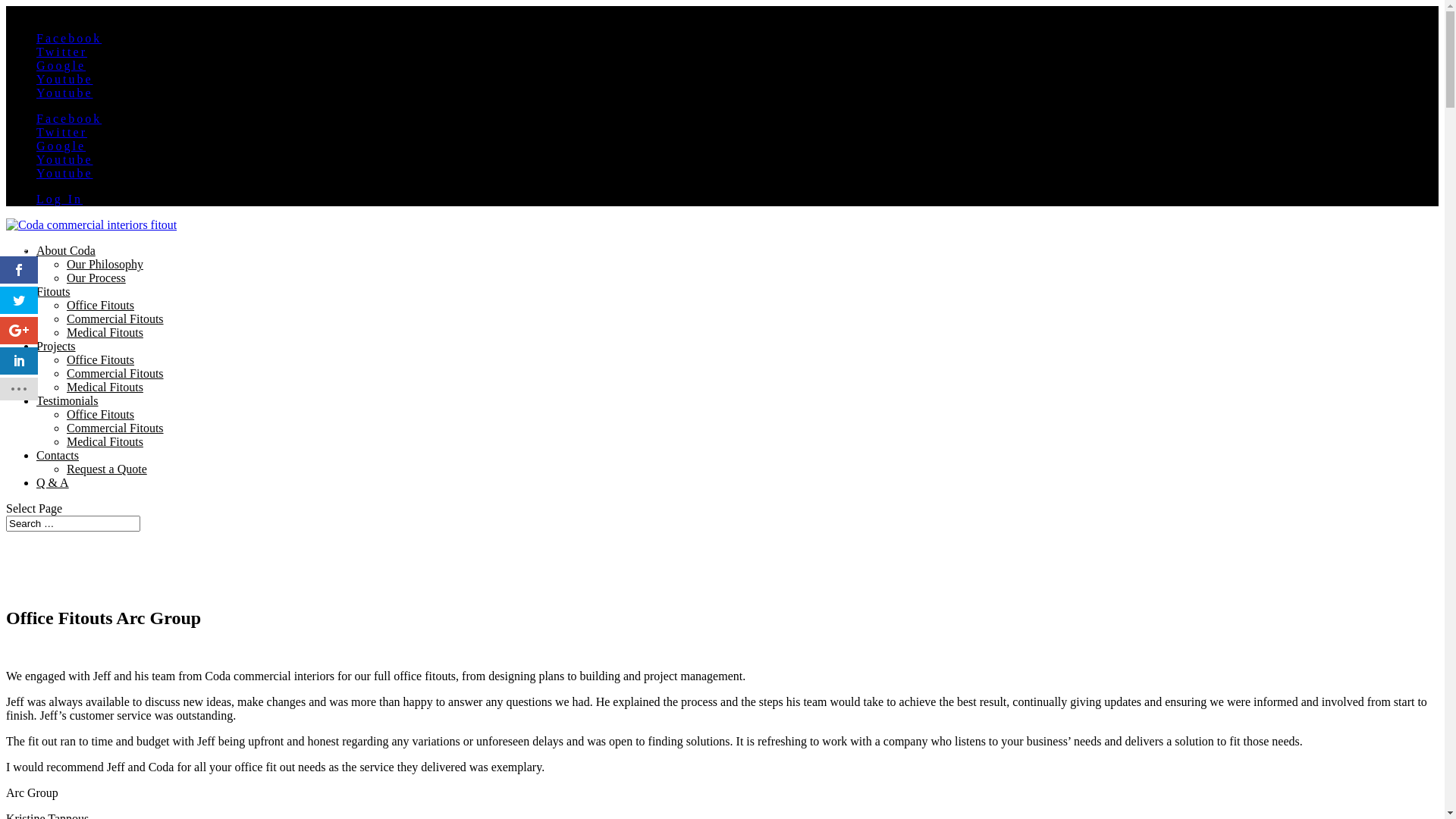 The height and width of the screenshot is (819, 1456). I want to click on 'Our Philosophy', so click(104, 263).